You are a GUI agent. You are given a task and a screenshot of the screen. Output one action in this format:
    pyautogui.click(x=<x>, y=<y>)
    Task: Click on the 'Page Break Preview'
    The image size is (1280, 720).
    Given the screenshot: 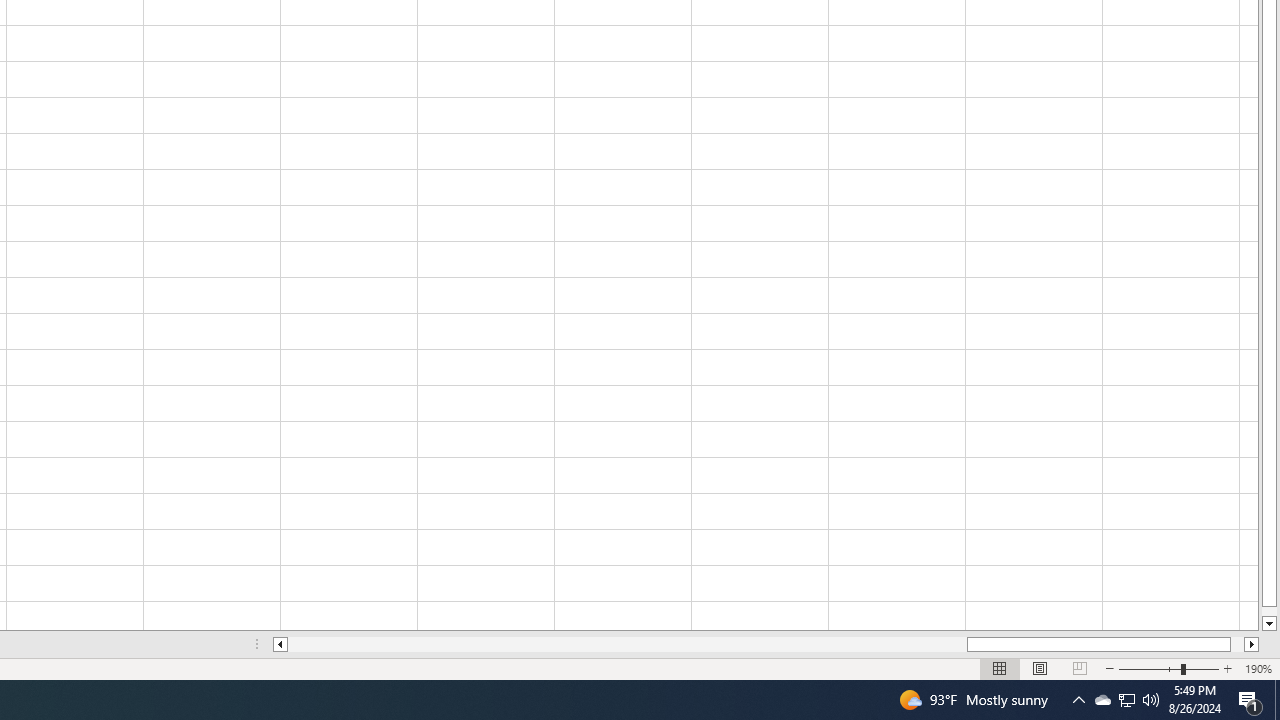 What is the action you would take?
    pyautogui.click(x=1078, y=669)
    